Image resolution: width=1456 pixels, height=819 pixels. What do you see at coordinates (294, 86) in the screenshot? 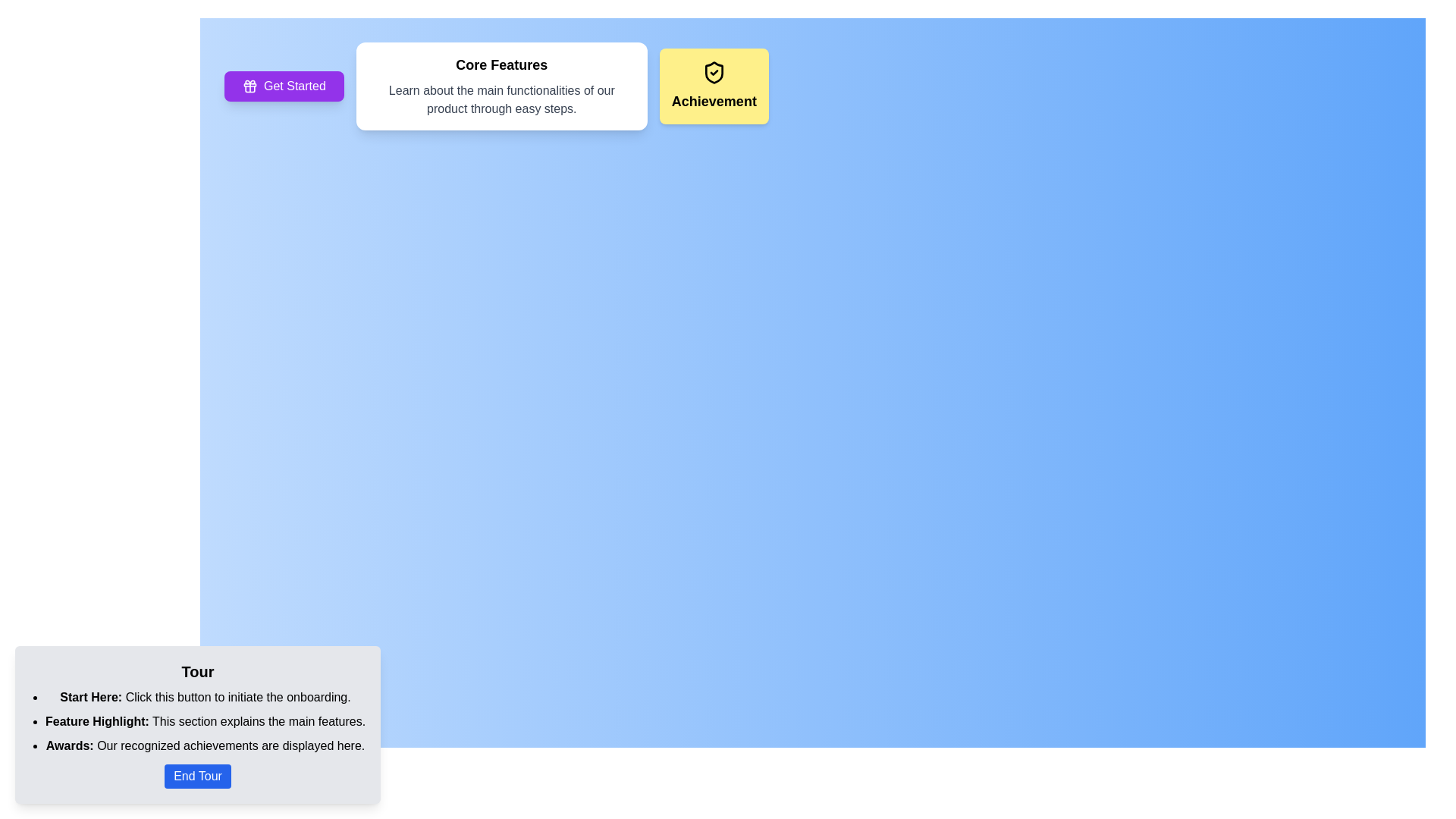
I see `the 'Get Started' text label which is displayed in white font on a prominent purple button with rounded edges` at bounding box center [294, 86].